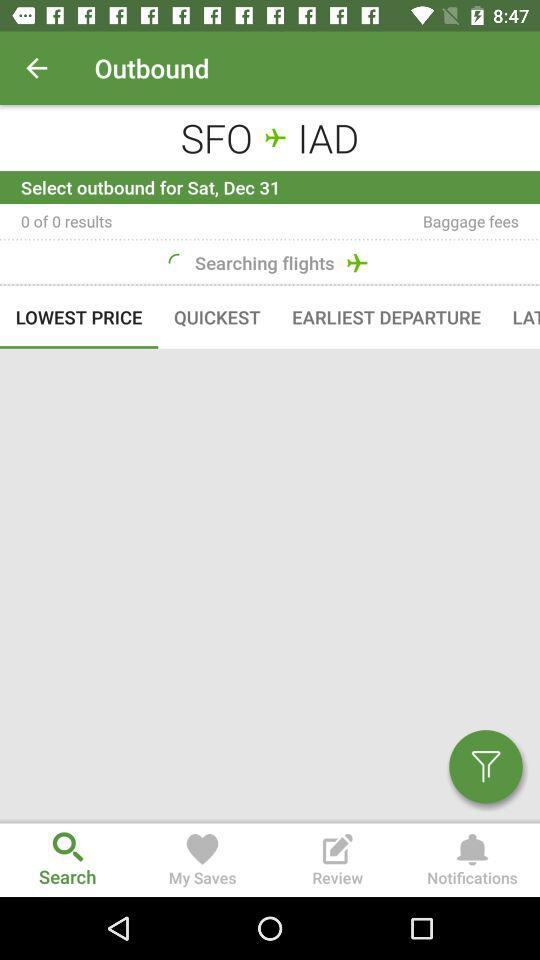 The height and width of the screenshot is (960, 540). What do you see at coordinates (337, 859) in the screenshot?
I see `the review option` at bounding box center [337, 859].